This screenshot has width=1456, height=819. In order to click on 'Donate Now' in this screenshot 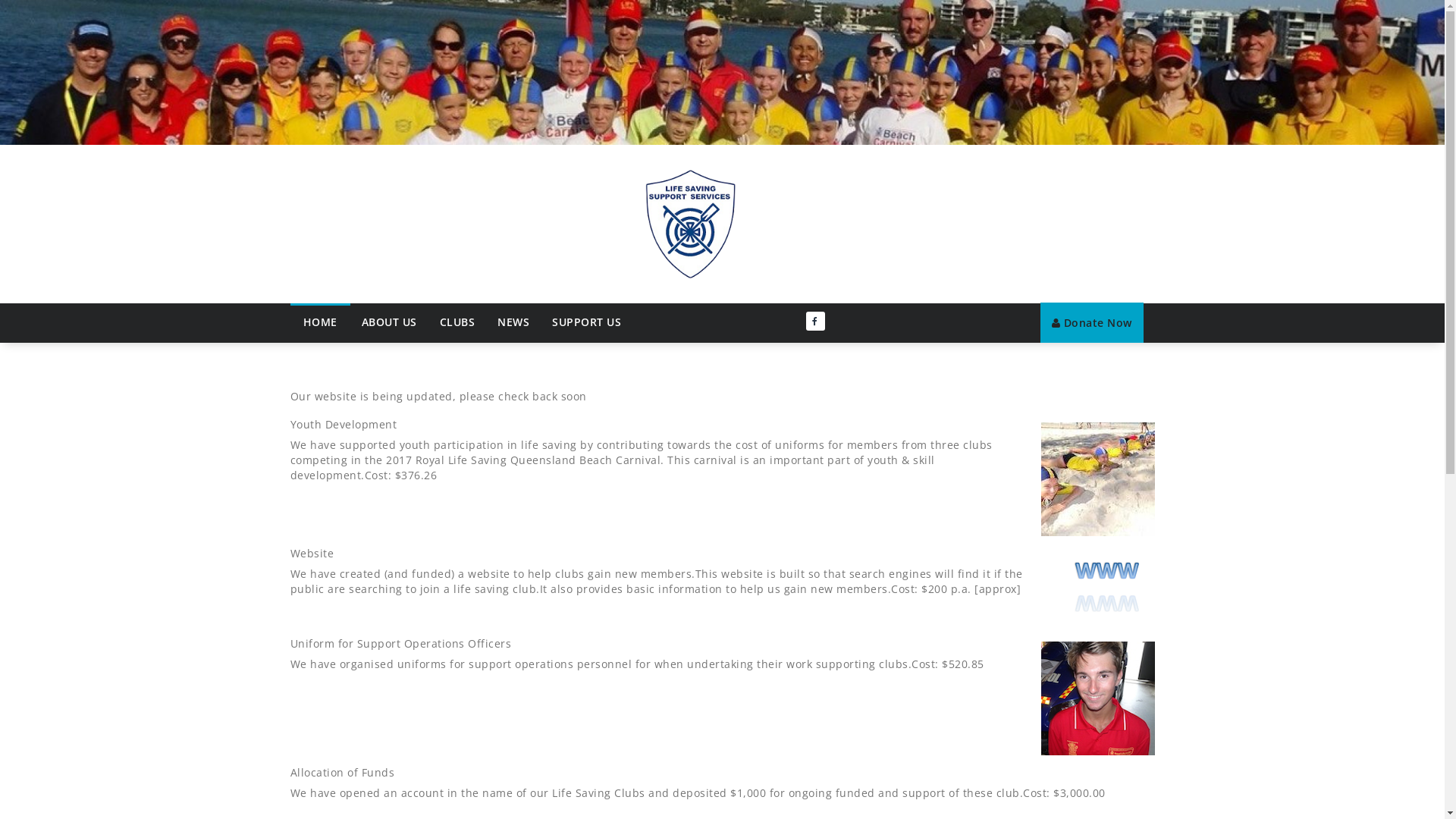, I will do `click(1092, 322)`.